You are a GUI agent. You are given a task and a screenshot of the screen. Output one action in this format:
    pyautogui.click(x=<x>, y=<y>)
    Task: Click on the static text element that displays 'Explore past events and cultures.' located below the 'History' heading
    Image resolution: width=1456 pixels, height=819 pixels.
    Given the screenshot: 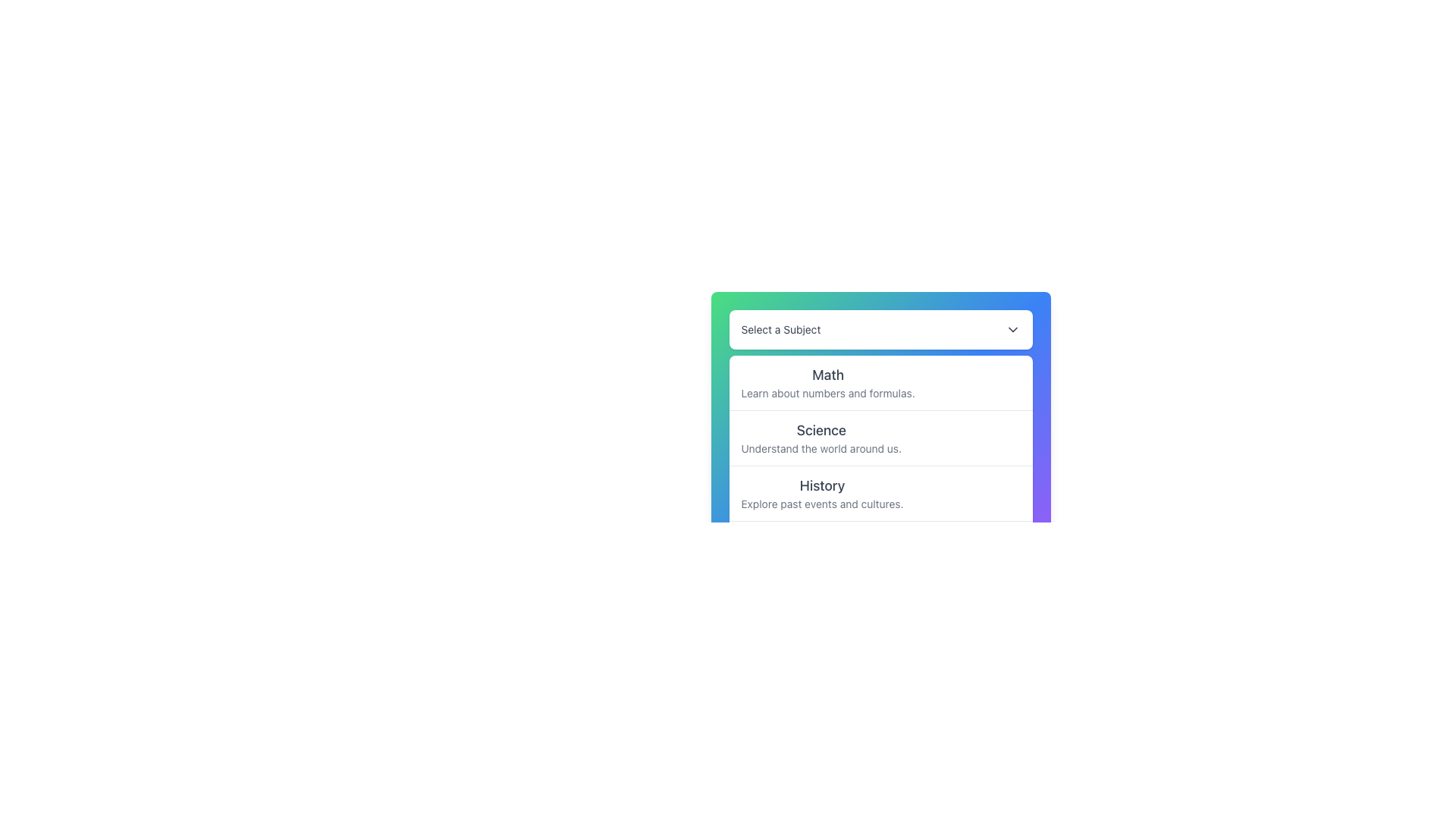 What is the action you would take?
    pyautogui.click(x=821, y=504)
    